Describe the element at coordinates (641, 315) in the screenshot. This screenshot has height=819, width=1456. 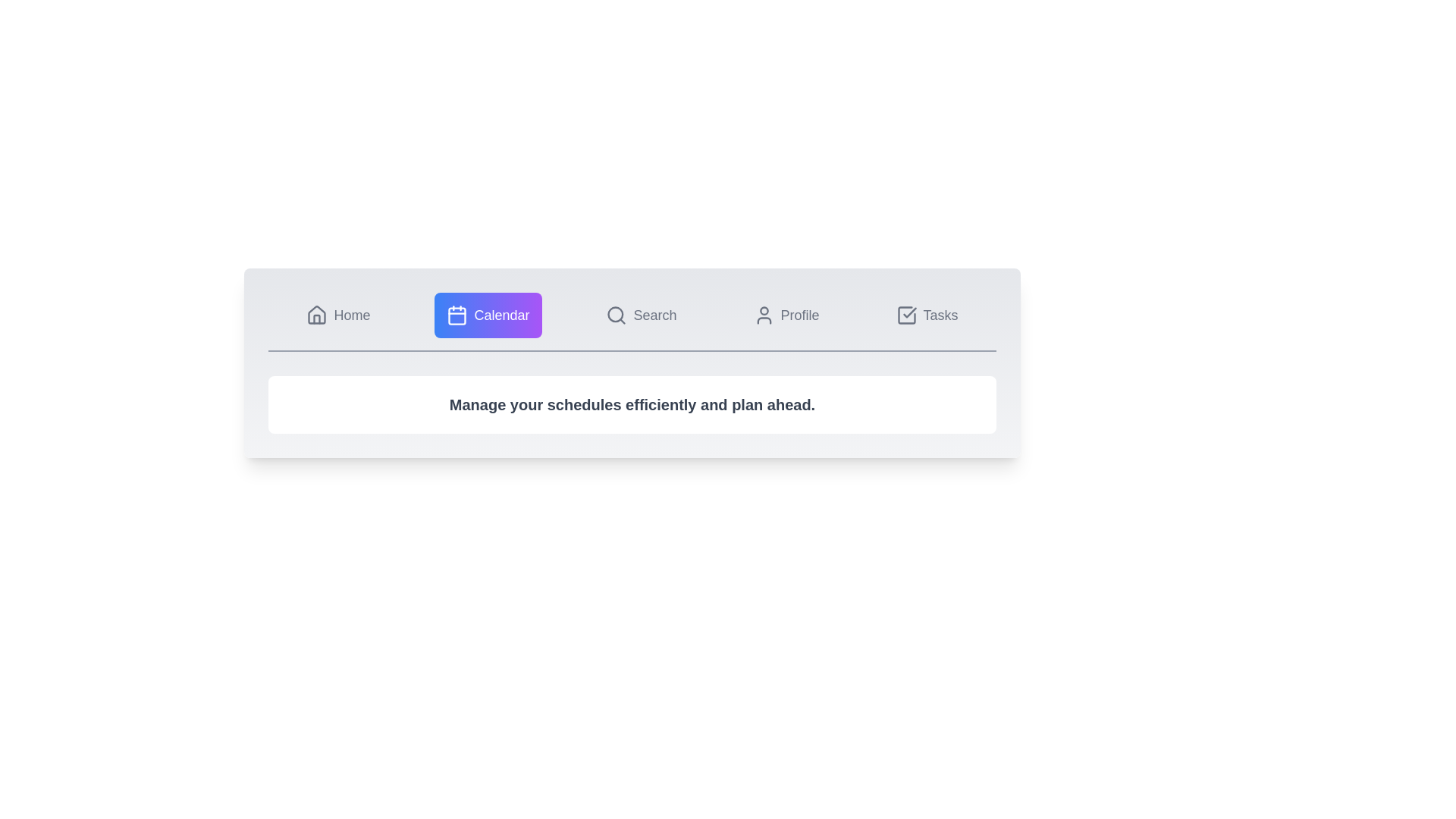
I see `the Search tab` at that location.